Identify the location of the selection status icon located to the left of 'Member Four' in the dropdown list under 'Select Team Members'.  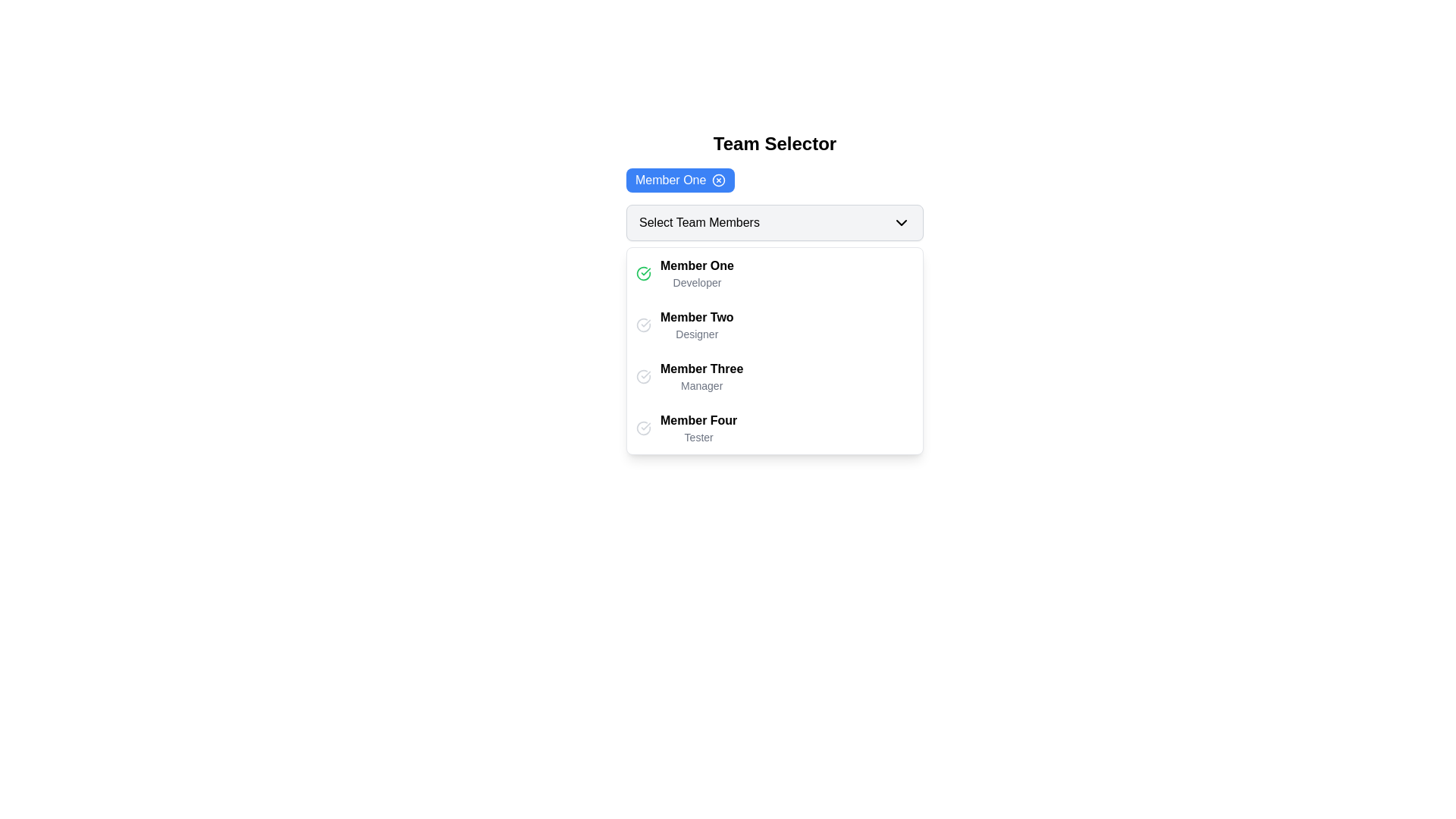
(644, 428).